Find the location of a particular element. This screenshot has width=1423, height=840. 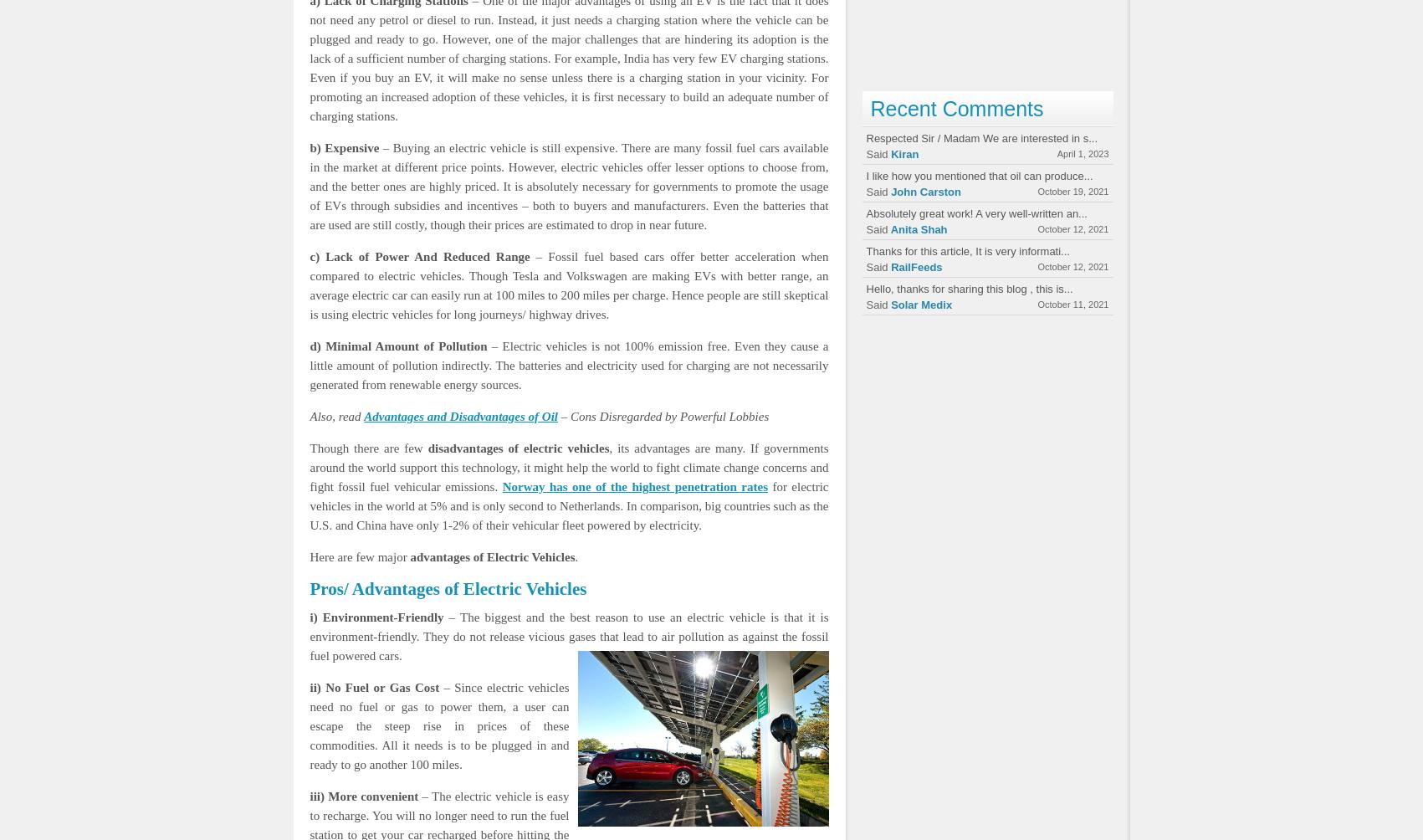

'iii) More convenient' is located at coordinates (362, 794).